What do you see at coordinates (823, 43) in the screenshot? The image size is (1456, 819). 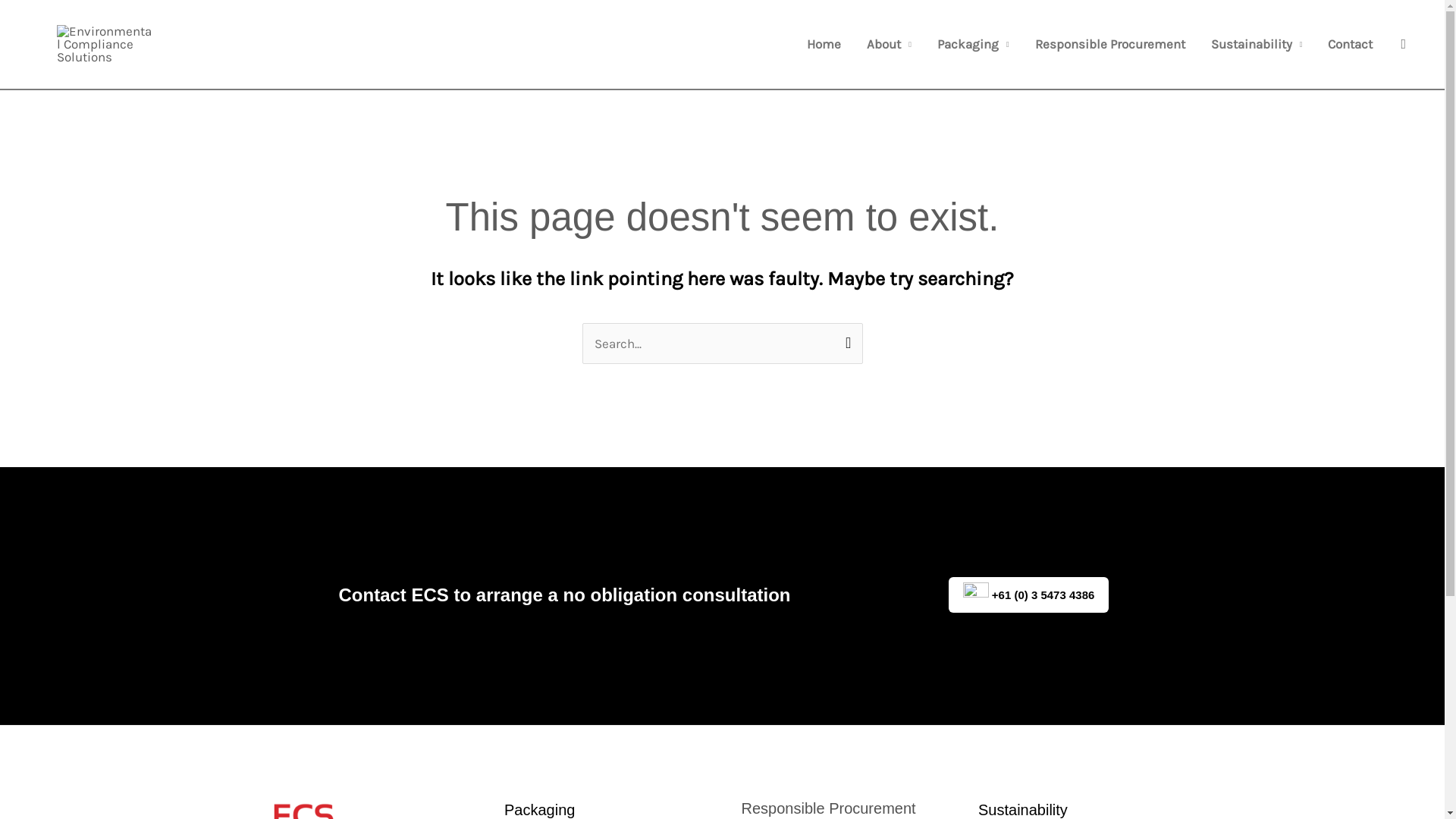 I see `'Home'` at bounding box center [823, 43].